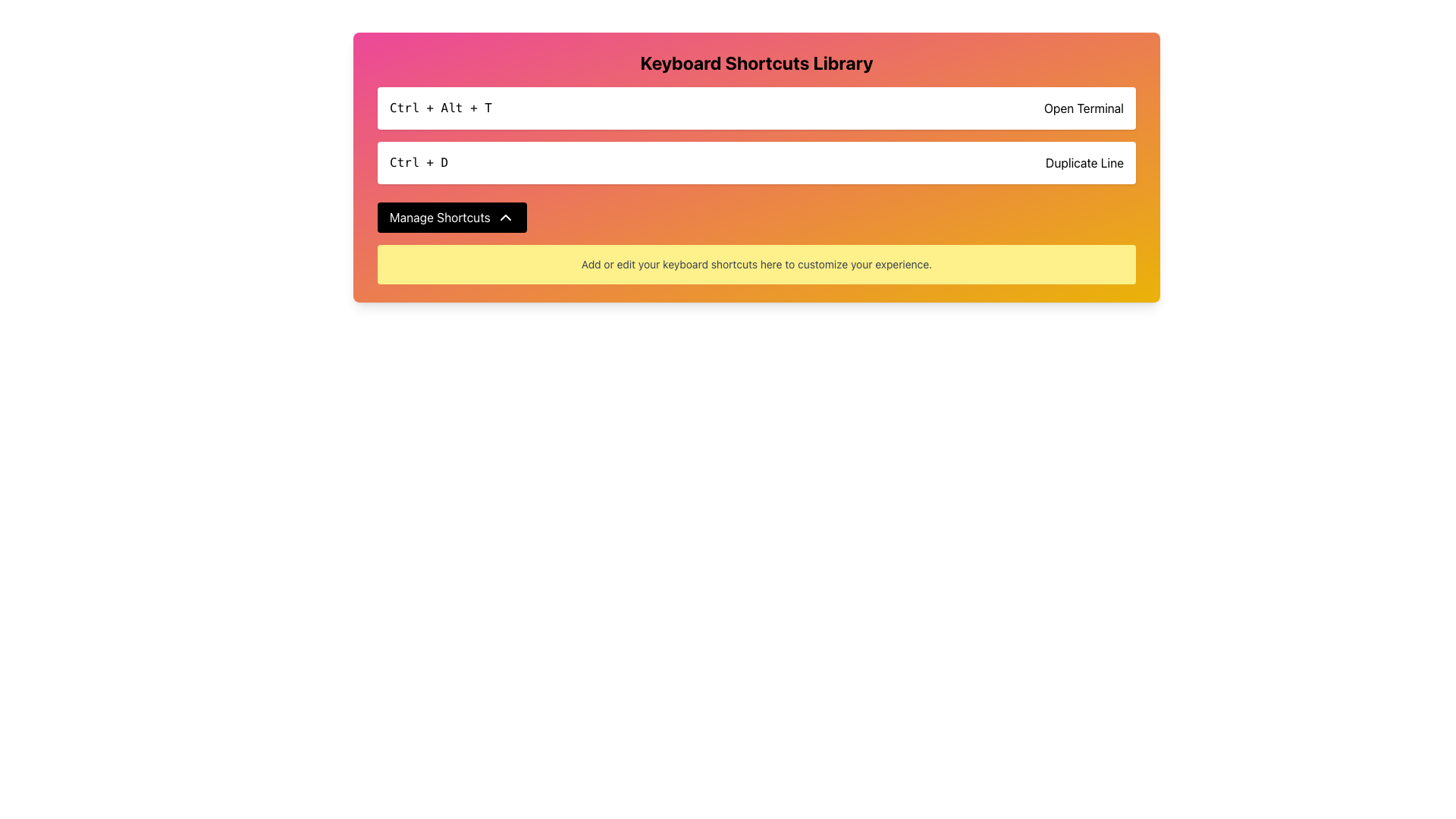  What do you see at coordinates (1083, 107) in the screenshot?
I see `the 'Open Terminal' button, which is a clickable label displaying the text in black on a white background, located in the top-right corner of the interface` at bounding box center [1083, 107].